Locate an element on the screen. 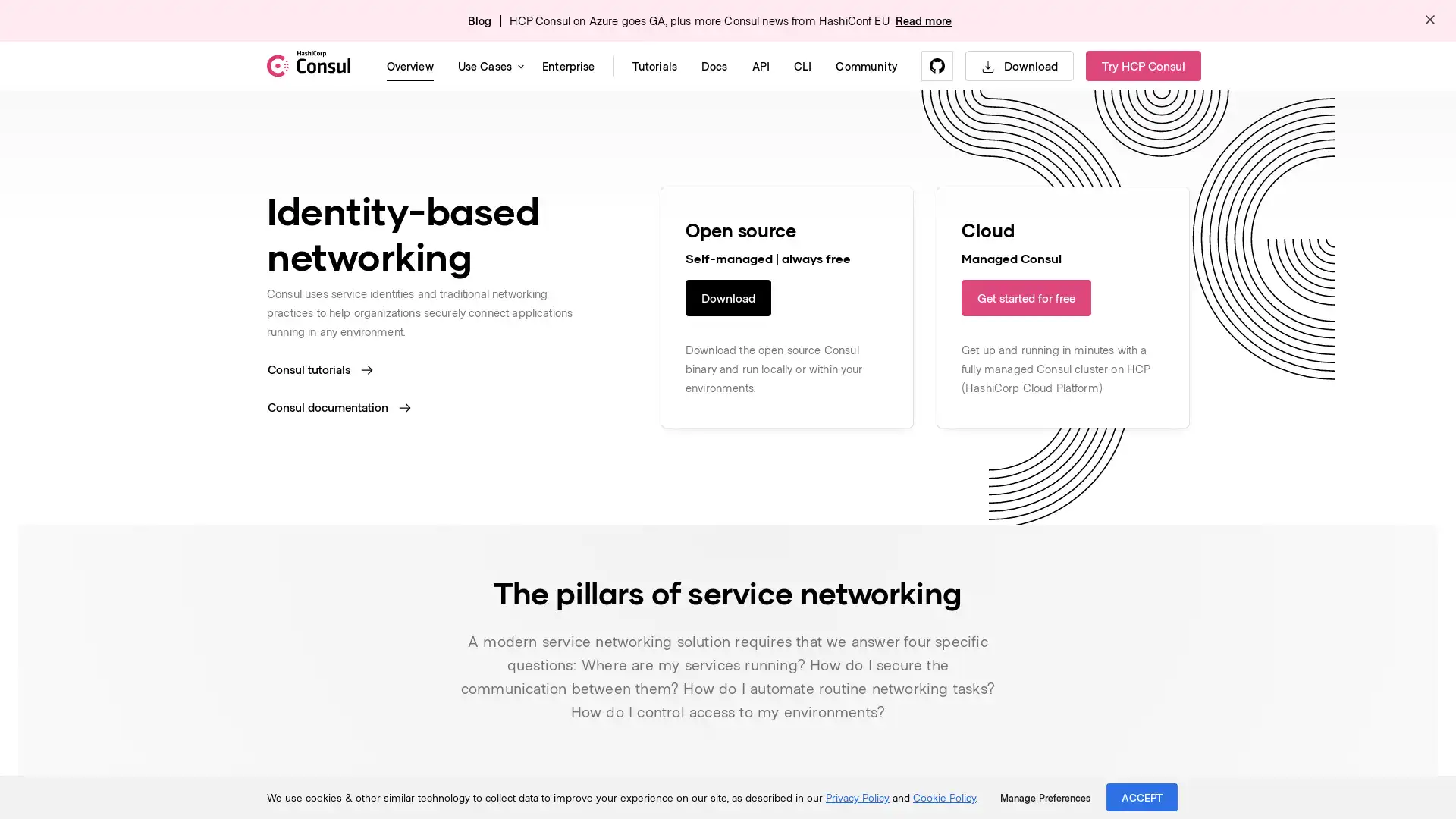 This screenshot has height=819, width=1456. Manage Preferences is located at coordinates (1044, 797).